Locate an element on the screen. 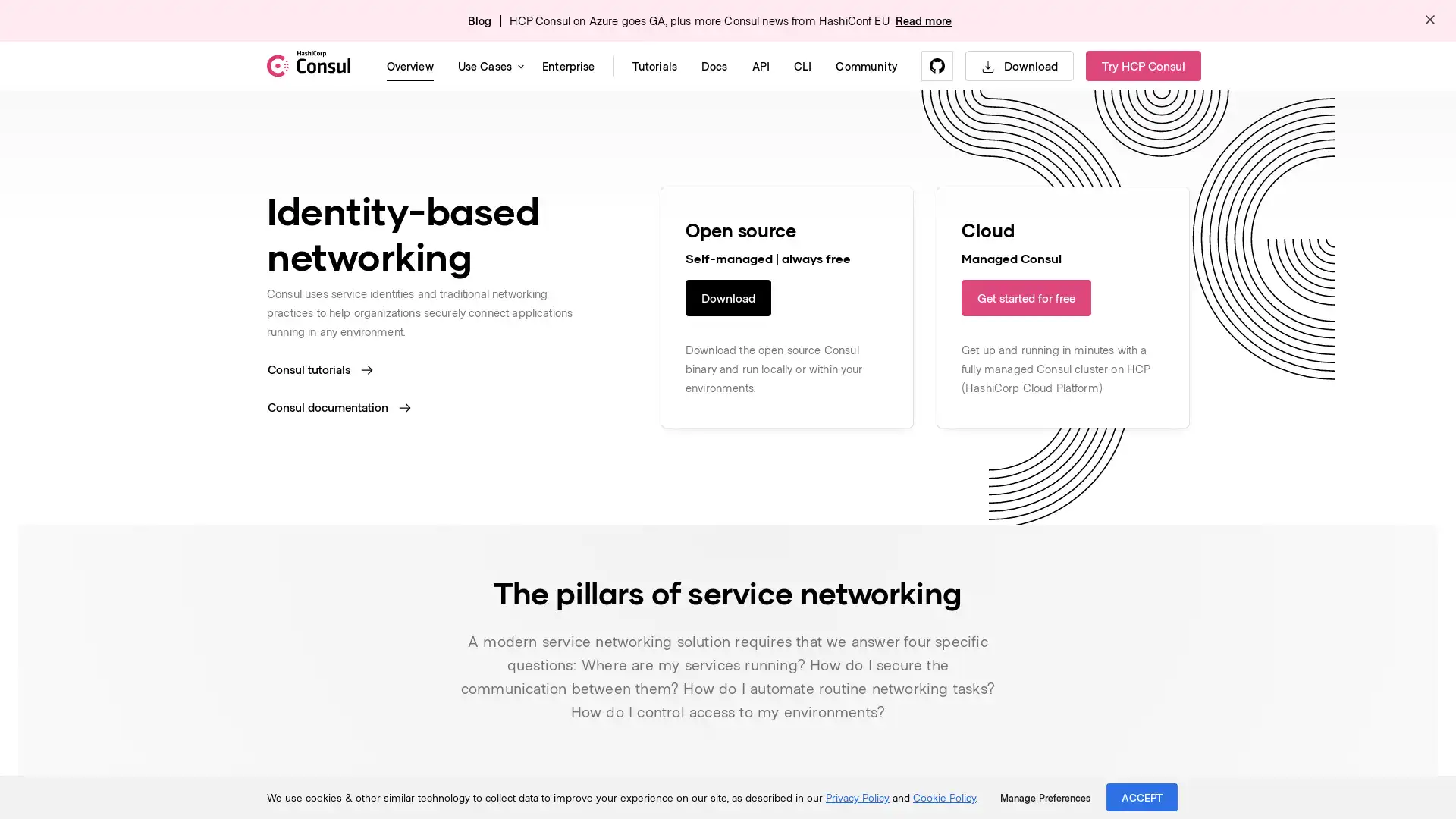 This screenshot has height=819, width=1456. Manage Preferences is located at coordinates (1044, 797).